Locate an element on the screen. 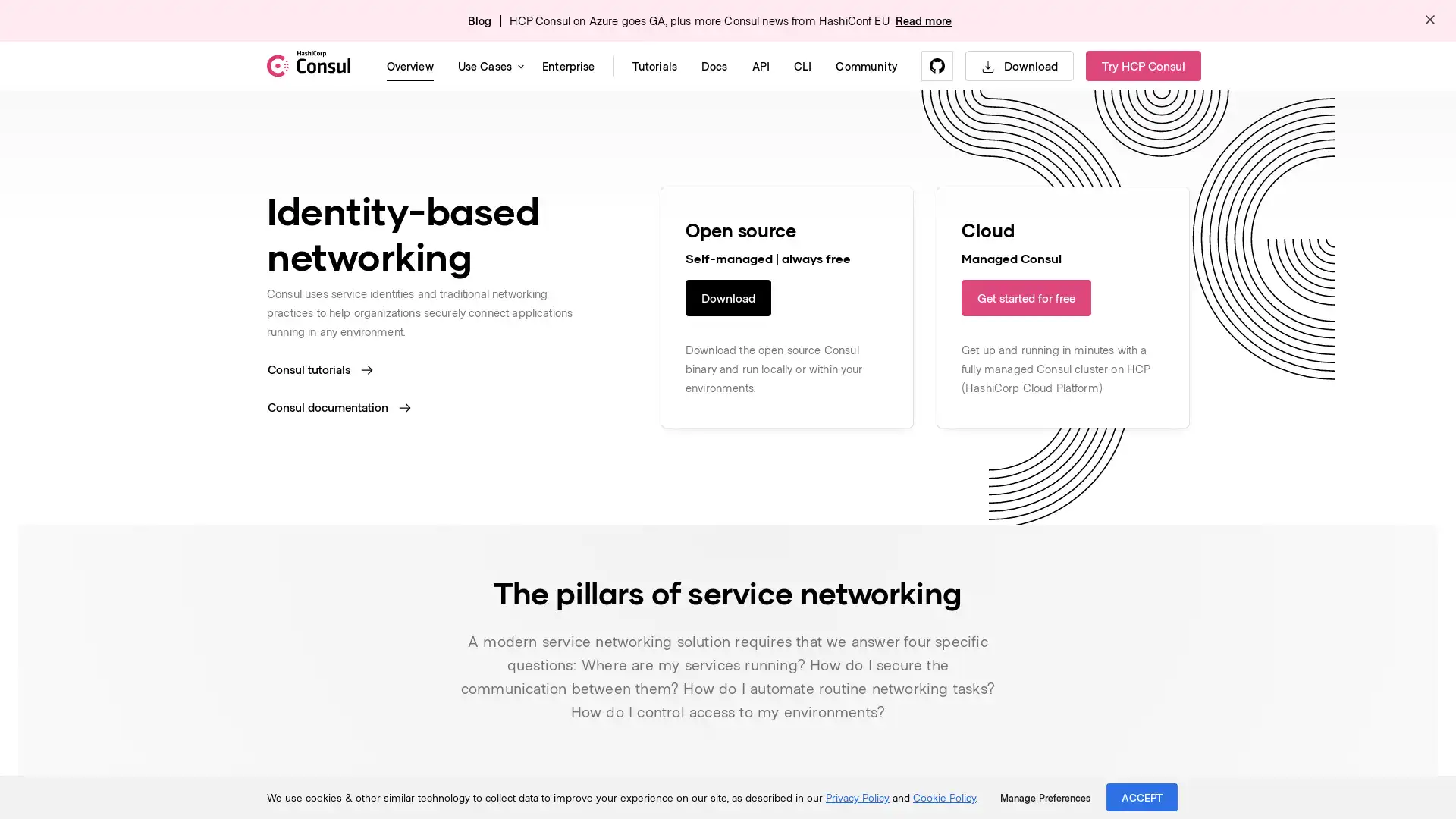 This screenshot has height=819, width=1456. Manage Preferences is located at coordinates (1044, 797).